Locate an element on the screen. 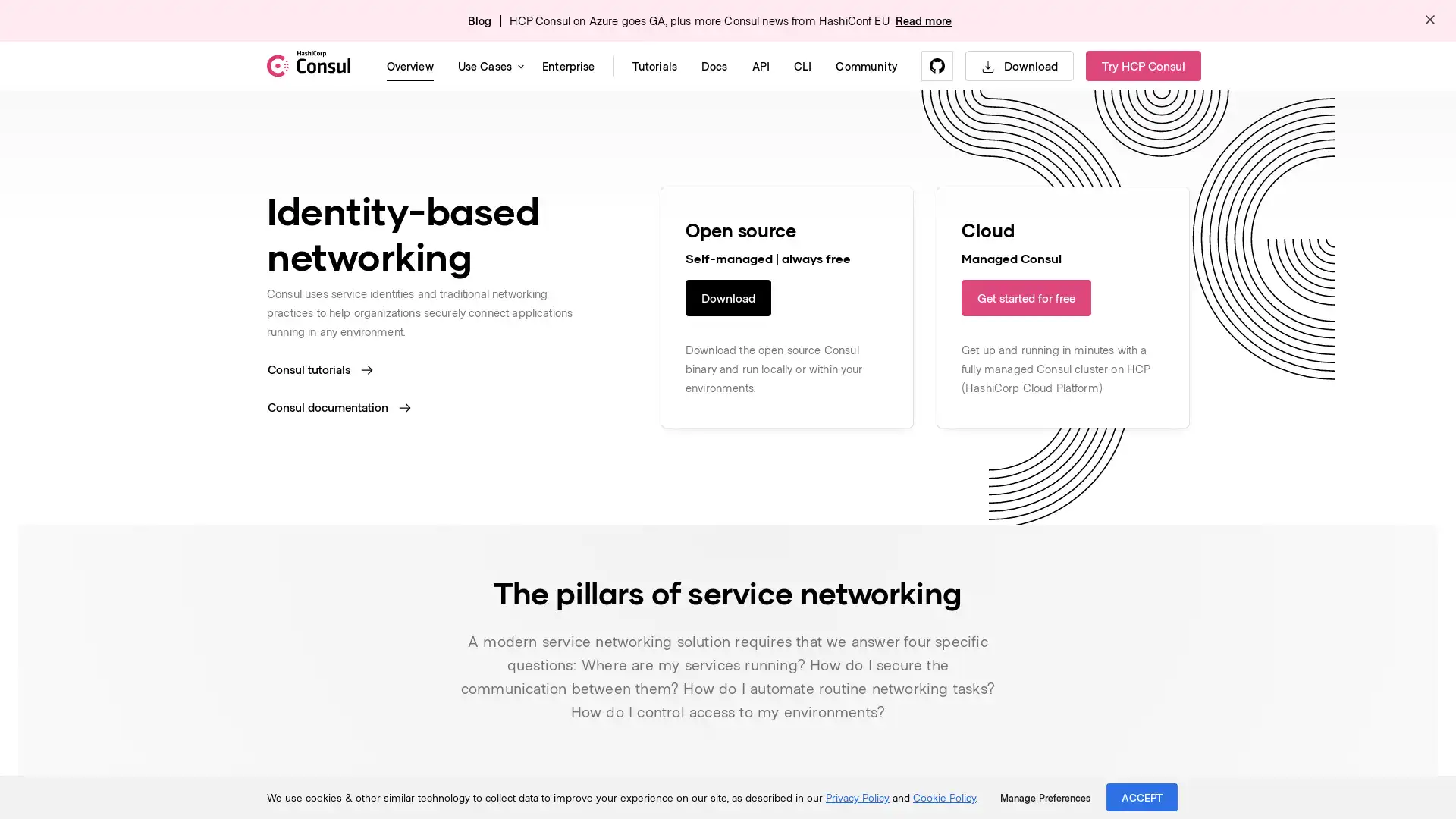 This screenshot has height=819, width=1456. Manage Preferences is located at coordinates (1044, 797).